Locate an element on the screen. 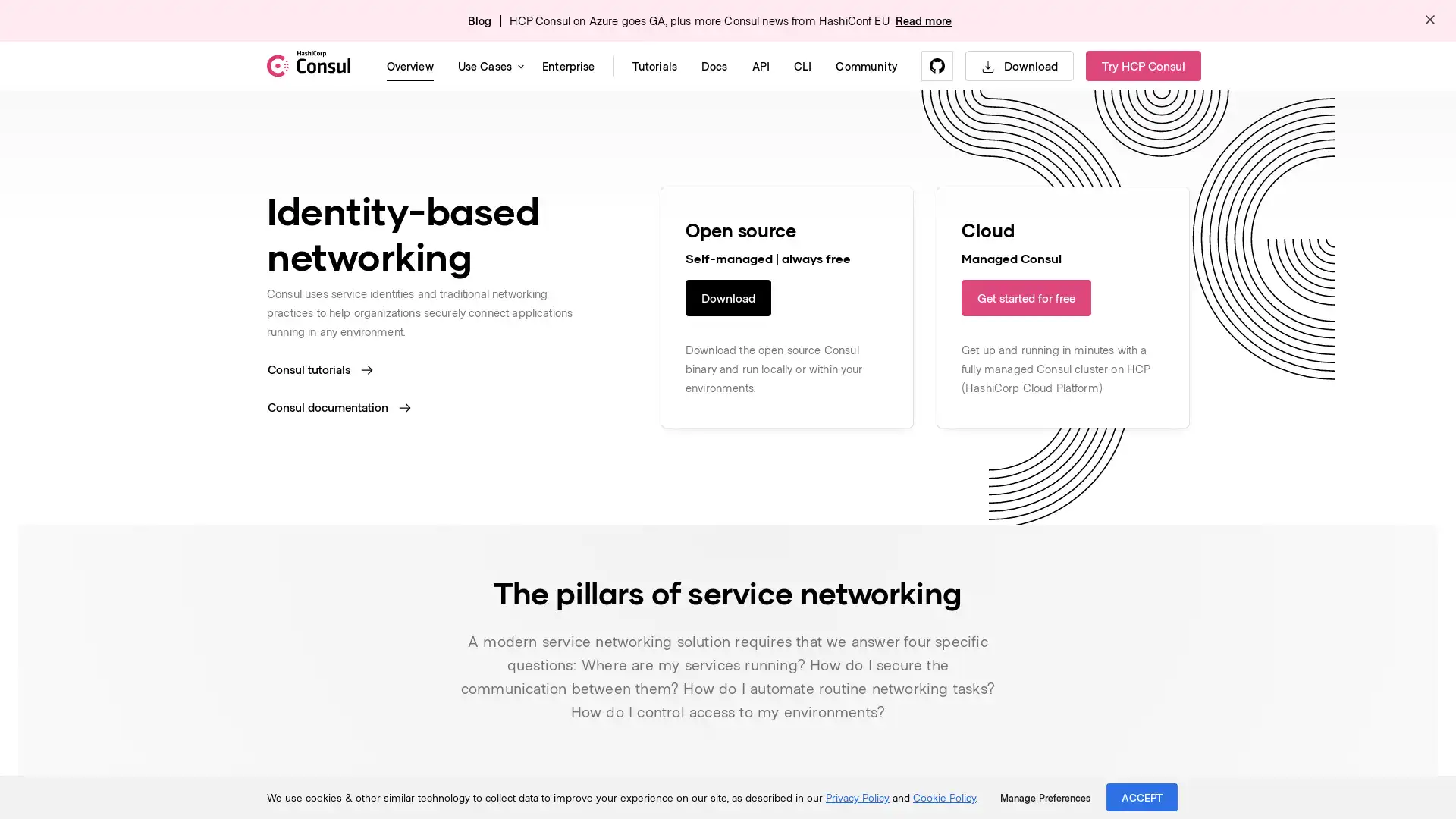 This screenshot has height=819, width=1456. Manage Preferences is located at coordinates (1044, 797).